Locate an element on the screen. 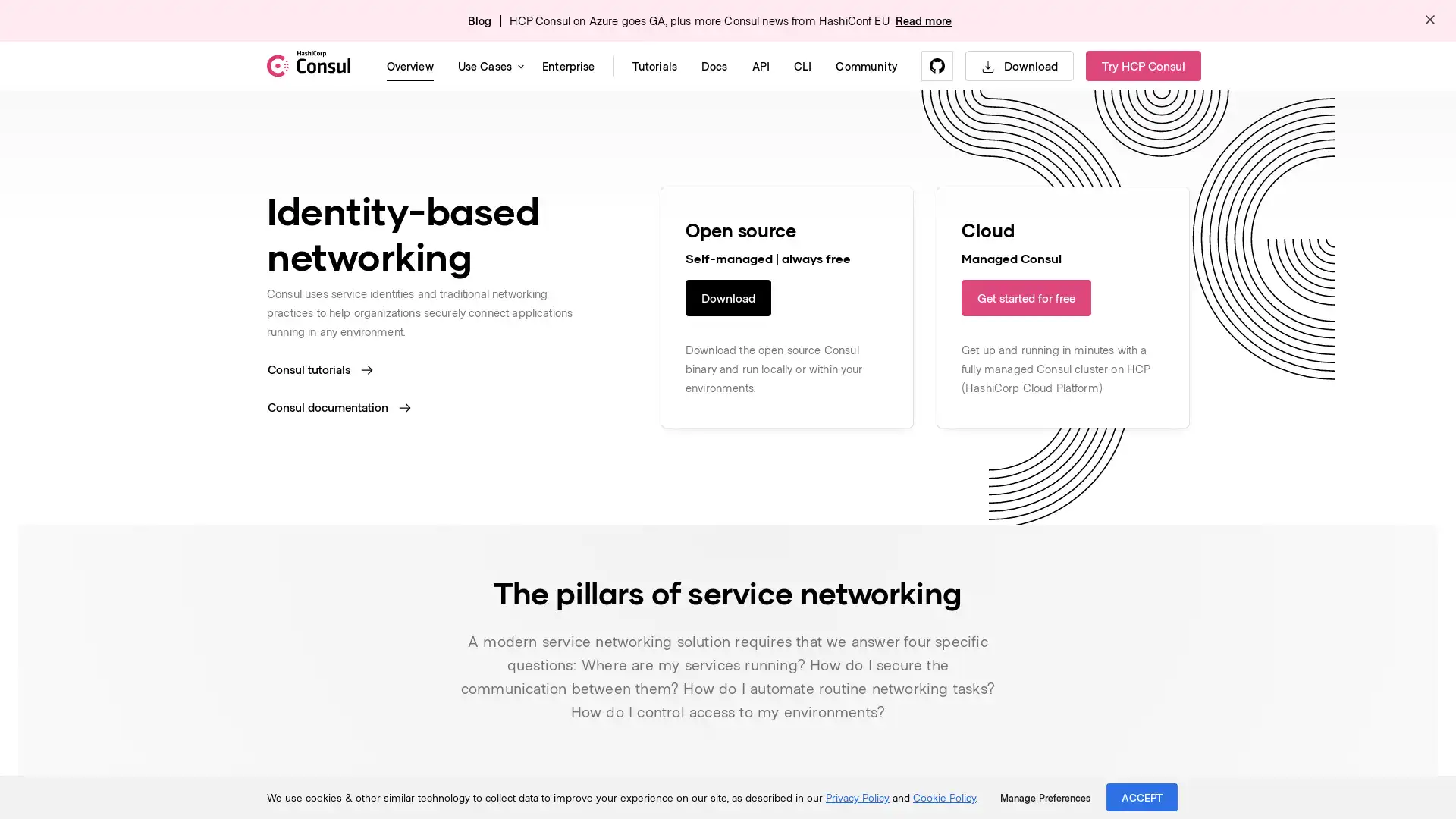 This screenshot has height=819, width=1456. Manage Preferences is located at coordinates (1044, 797).